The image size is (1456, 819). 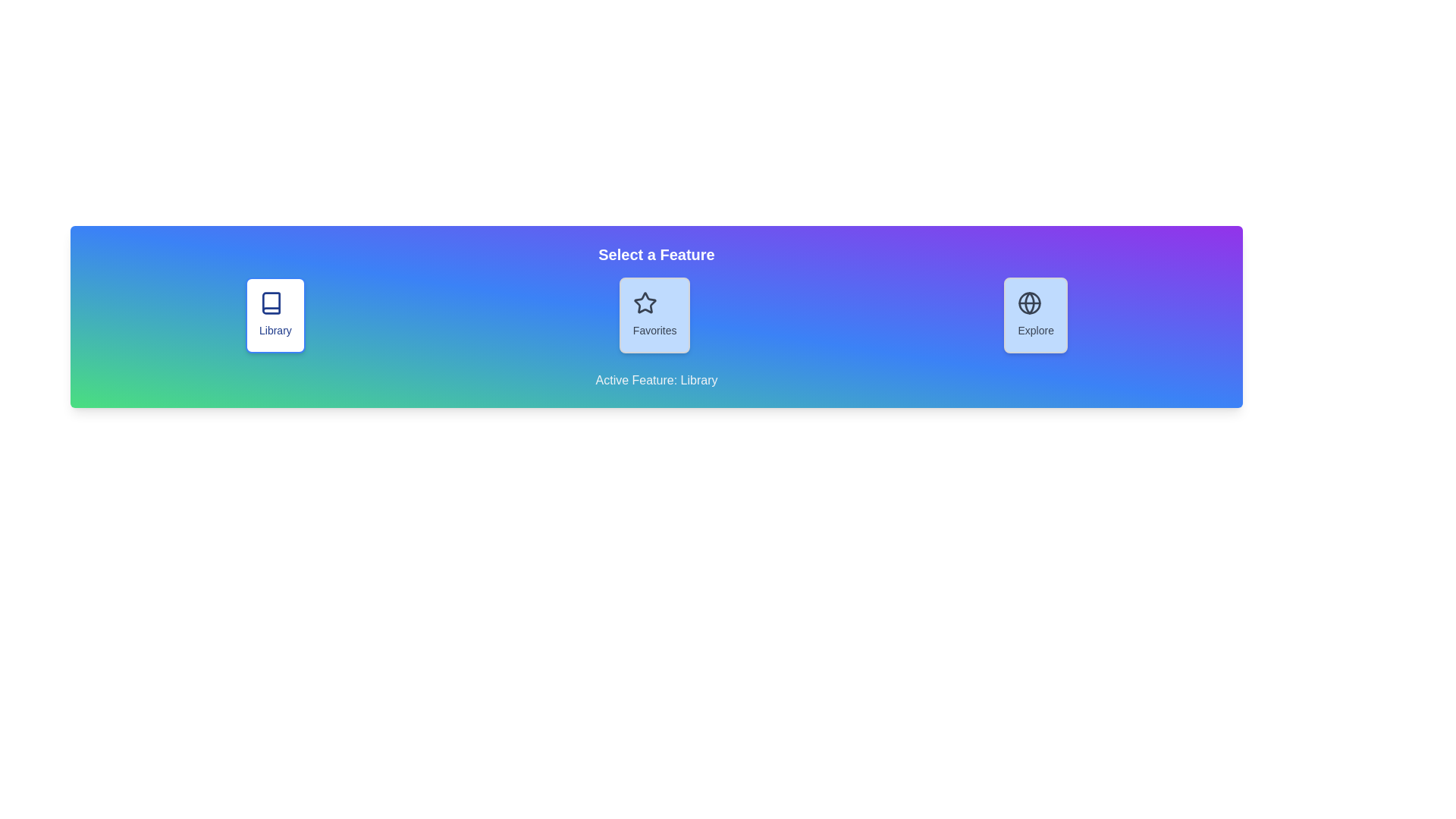 I want to click on the 'Library' button to observe its hover effect, so click(x=275, y=315).